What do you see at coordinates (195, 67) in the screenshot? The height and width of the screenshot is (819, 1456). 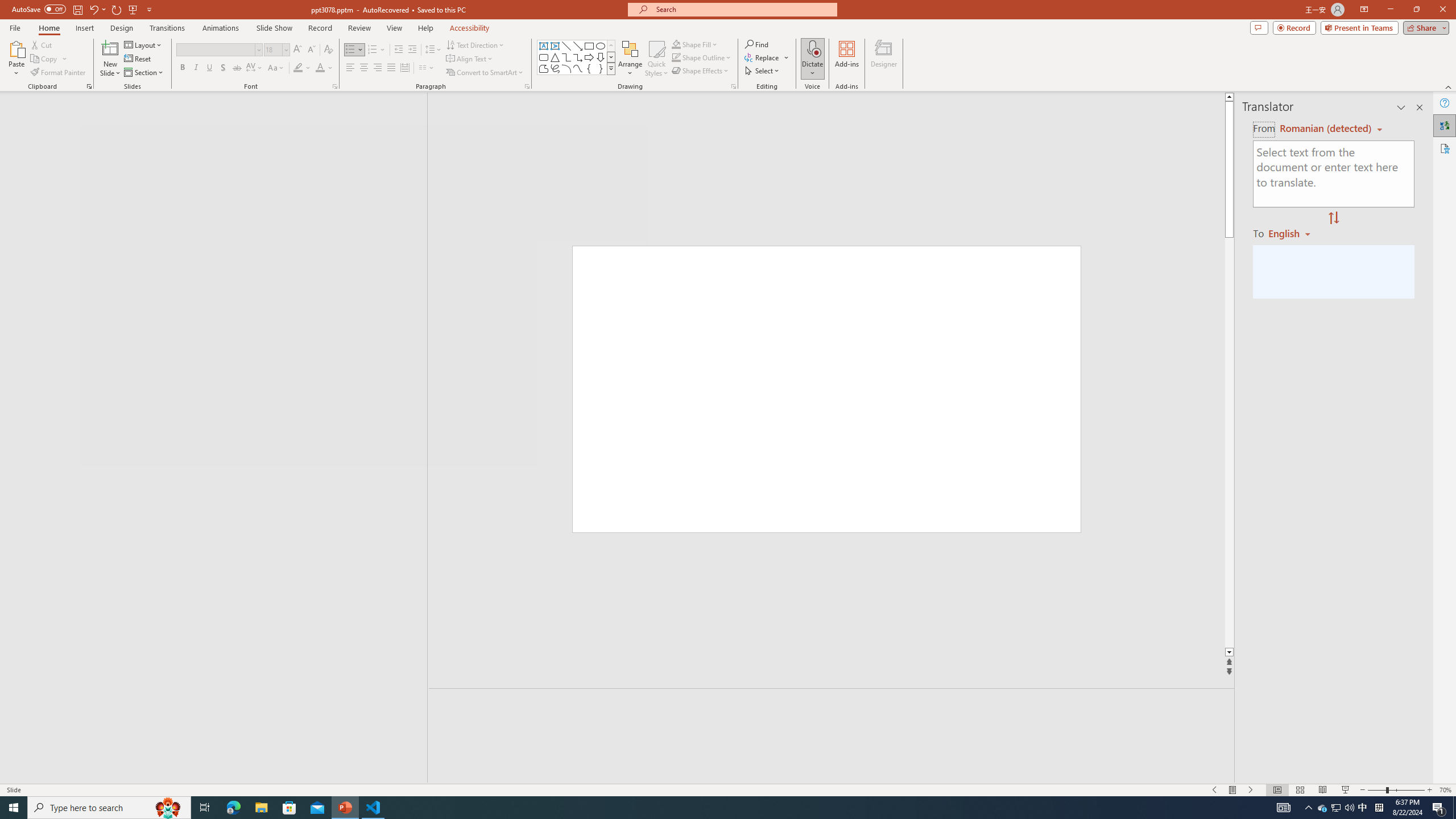 I see `'Italic'` at bounding box center [195, 67].